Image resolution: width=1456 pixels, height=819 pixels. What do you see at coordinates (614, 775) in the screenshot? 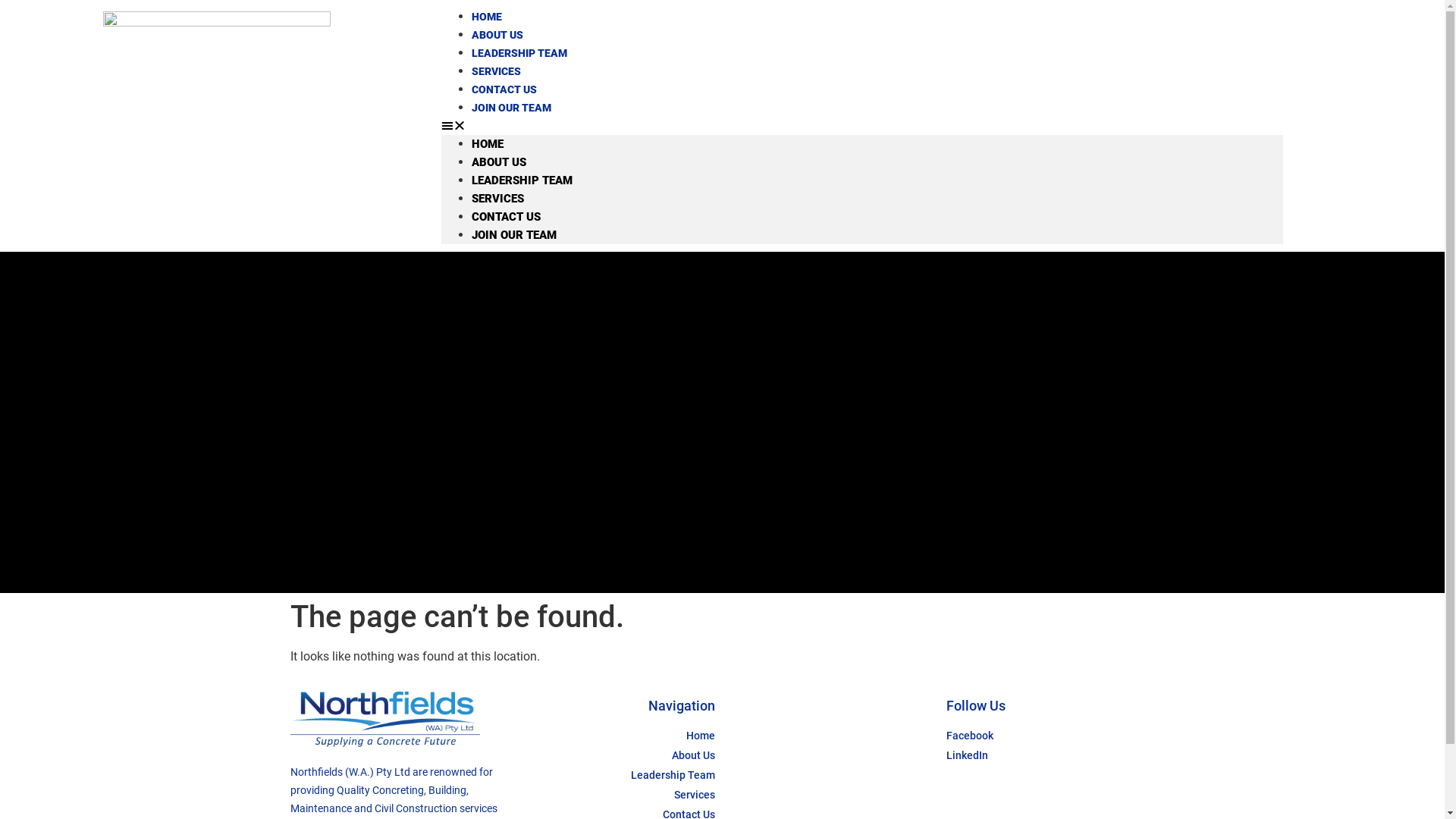
I see `'Leadership Team'` at bounding box center [614, 775].